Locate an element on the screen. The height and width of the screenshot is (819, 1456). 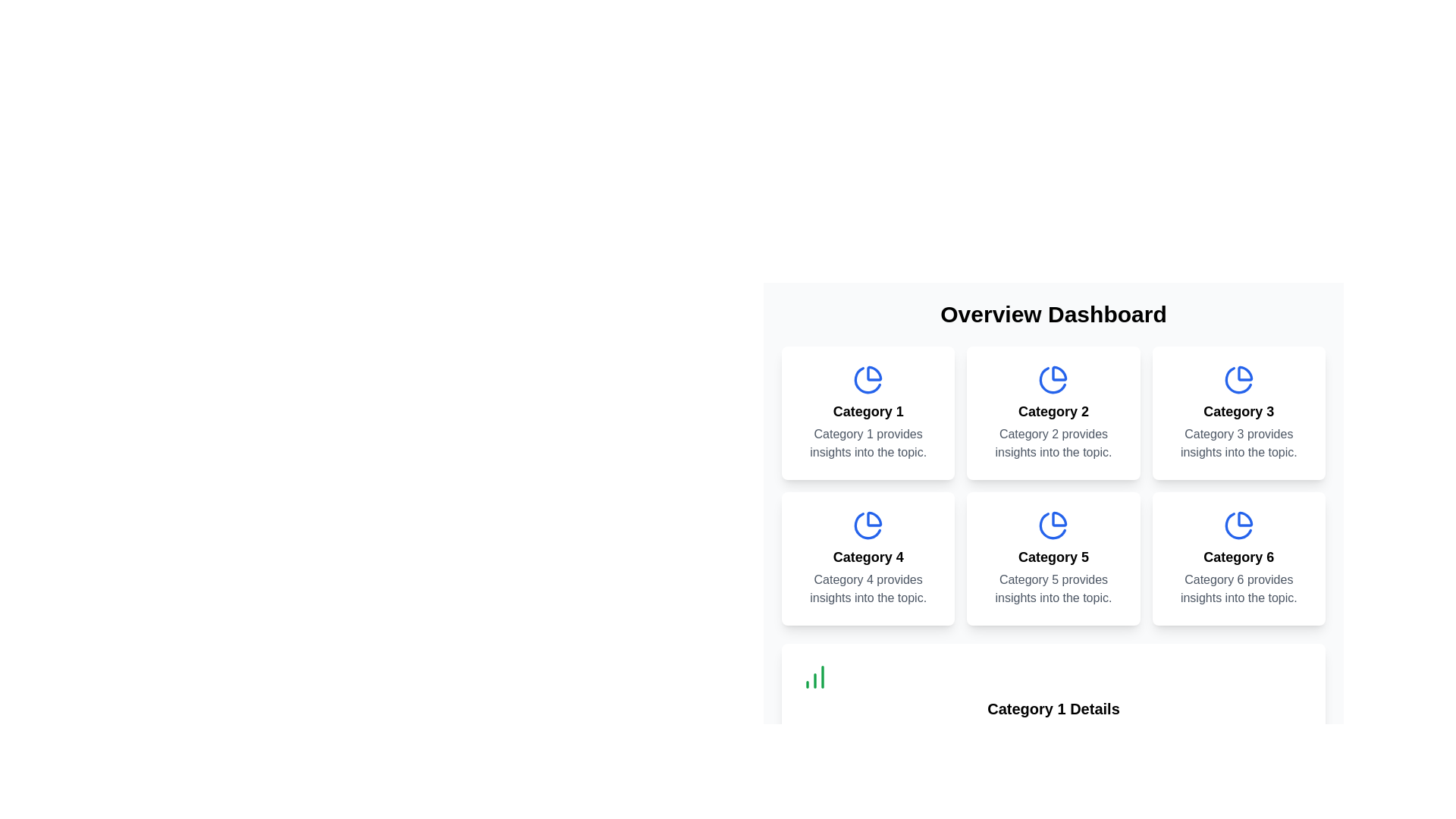
the upper-right segment of the pie chart icon in the 'Category 2' box is located at coordinates (1059, 373).